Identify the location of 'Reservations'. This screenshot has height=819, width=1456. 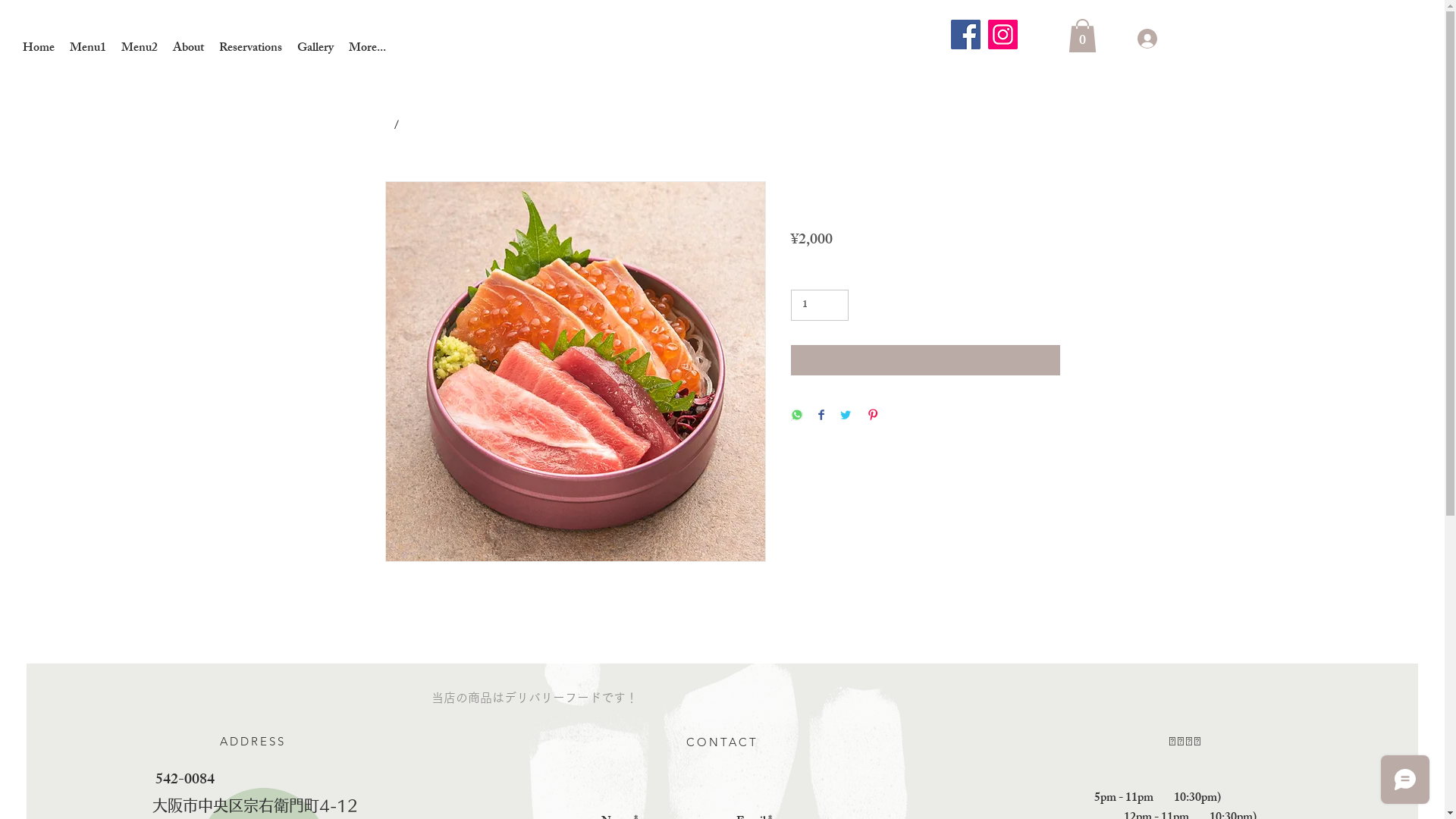
(210, 48).